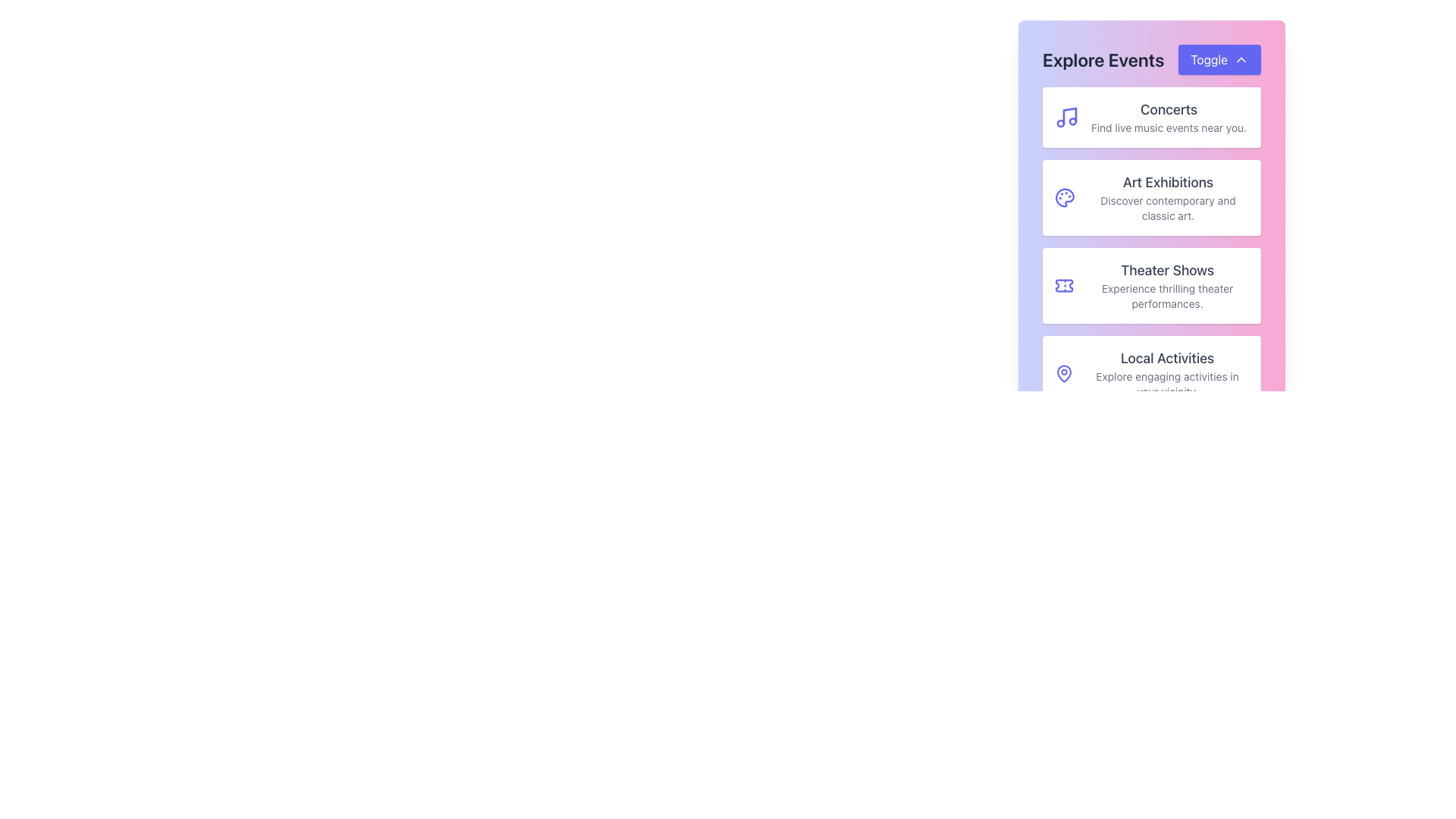 This screenshot has width=1456, height=819. I want to click on the List item displaying 'Art Exhibitions' with an indigo art palette icon, so click(1151, 197).